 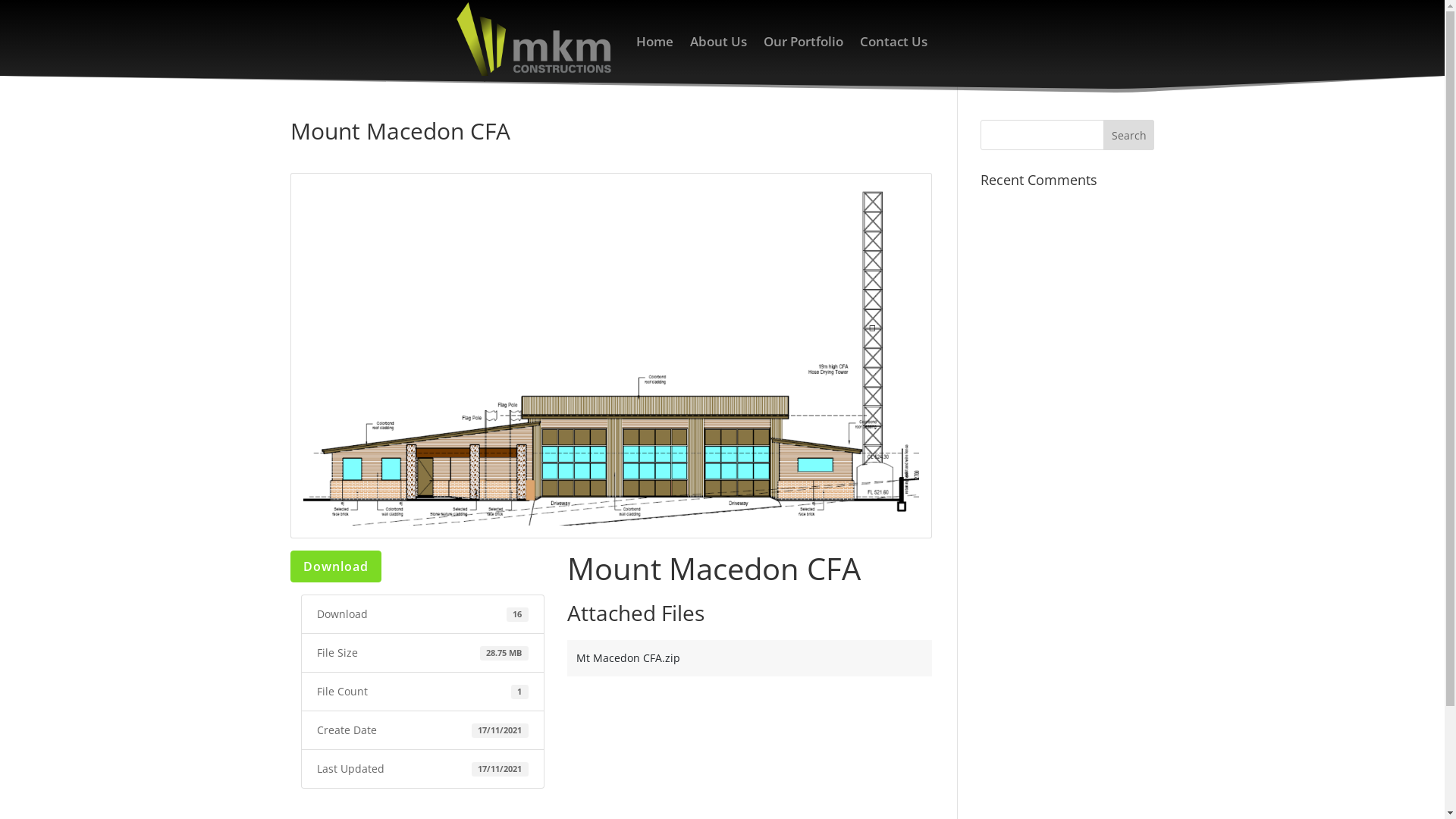 I want to click on 'About Us', so click(x=717, y=41).